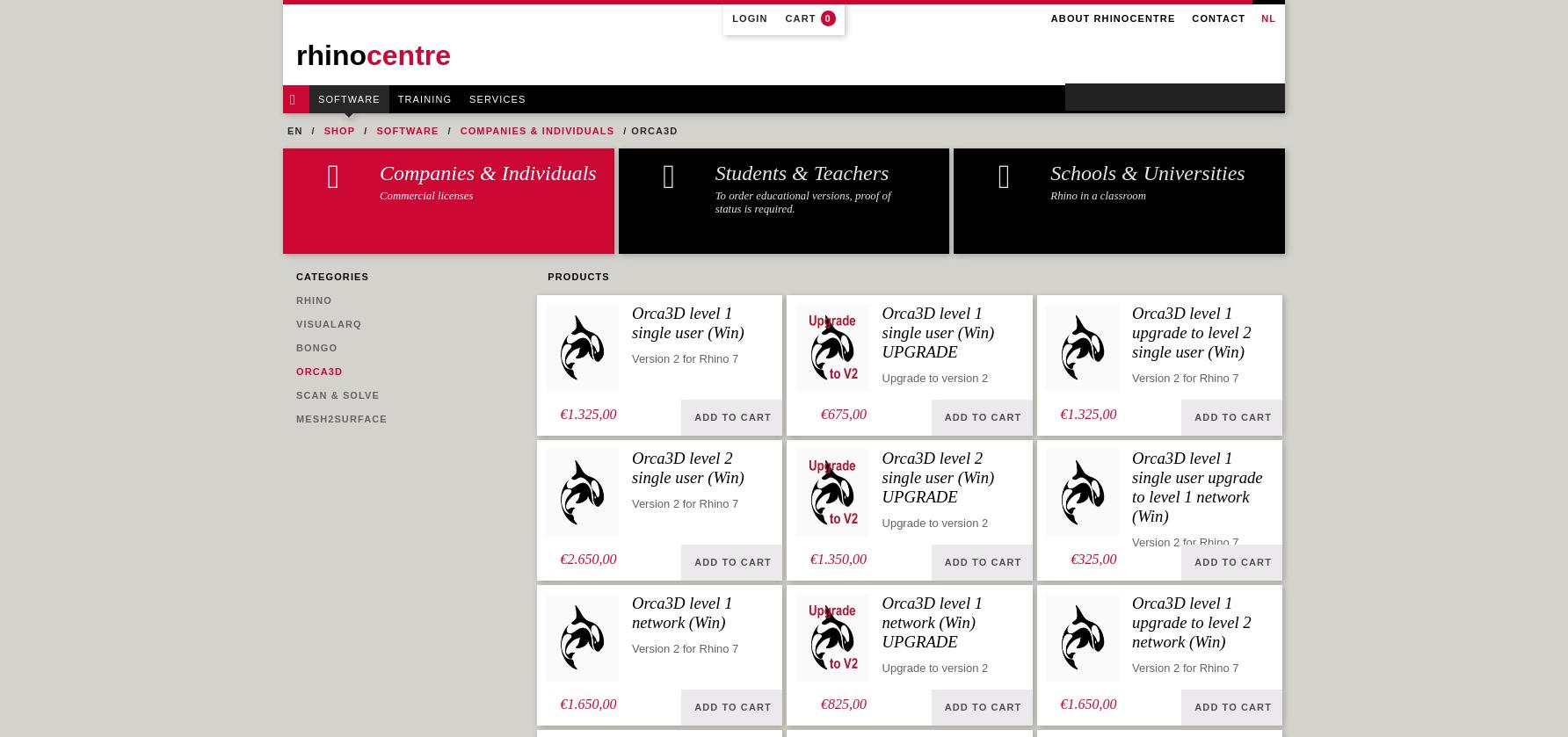 This screenshot has height=737, width=1568. What do you see at coordinates (316, 348) in the screenshot?
I see `'Bongo'` at bounding box center [316, 348].